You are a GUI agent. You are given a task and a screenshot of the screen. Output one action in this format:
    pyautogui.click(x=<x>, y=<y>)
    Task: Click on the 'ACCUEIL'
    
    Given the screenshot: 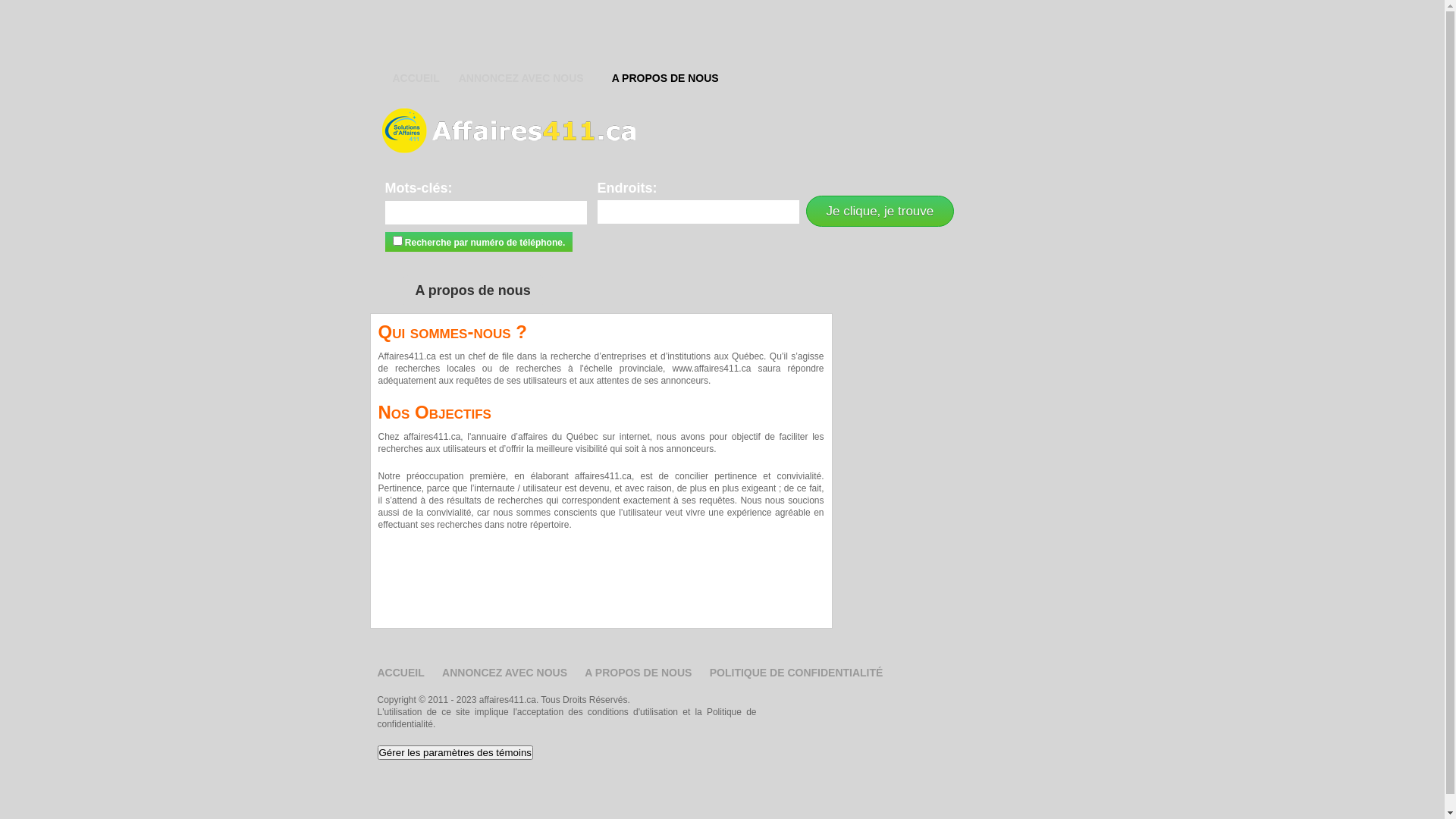 What is the action you would take?
    pyautogui.click(x=378, y=672)
    